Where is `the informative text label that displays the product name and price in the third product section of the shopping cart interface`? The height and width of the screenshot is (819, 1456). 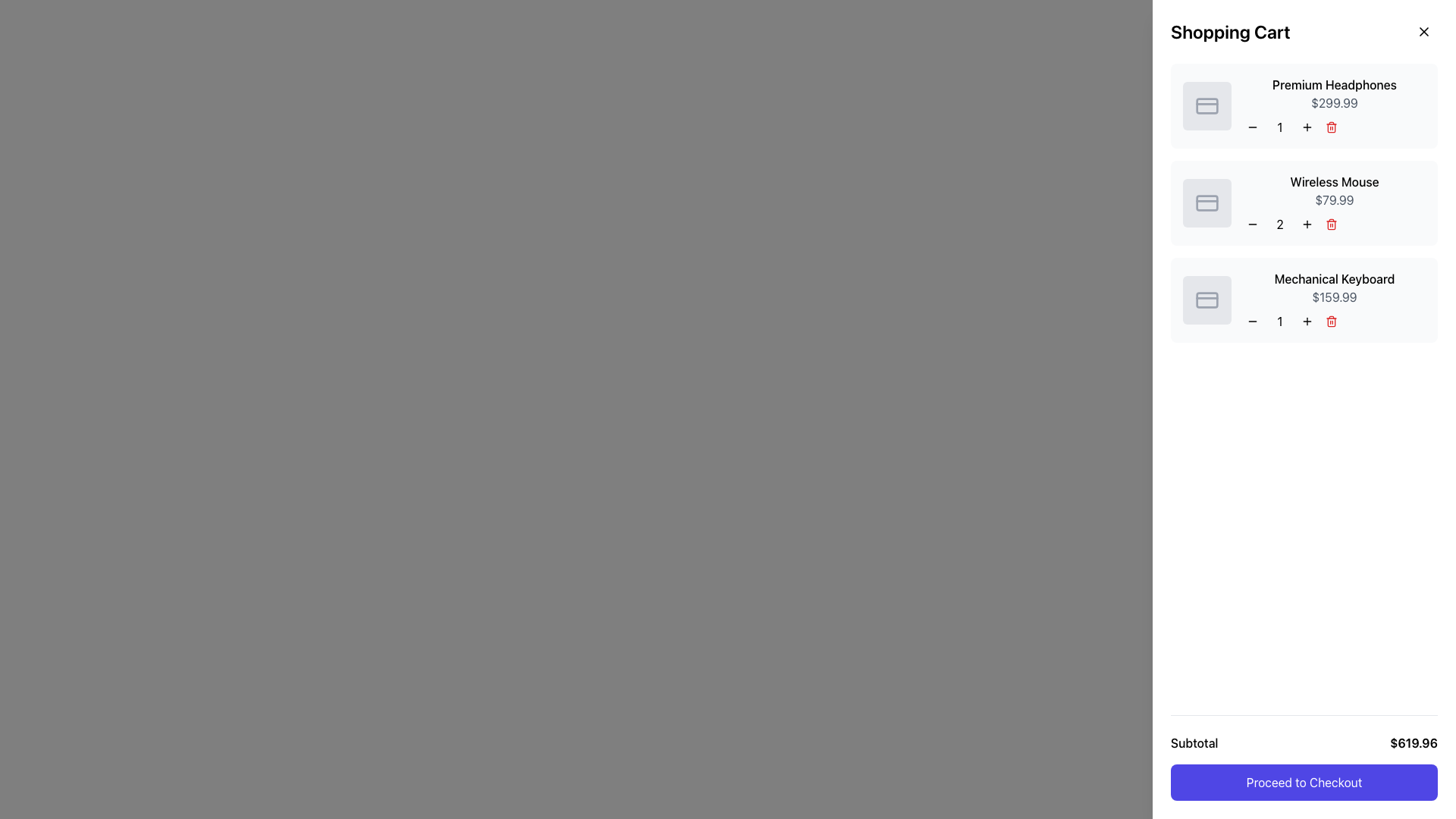 the informative text label that displays the product name and price in the third product section of the shopping cart interface is located at coordinates (1335, 300).